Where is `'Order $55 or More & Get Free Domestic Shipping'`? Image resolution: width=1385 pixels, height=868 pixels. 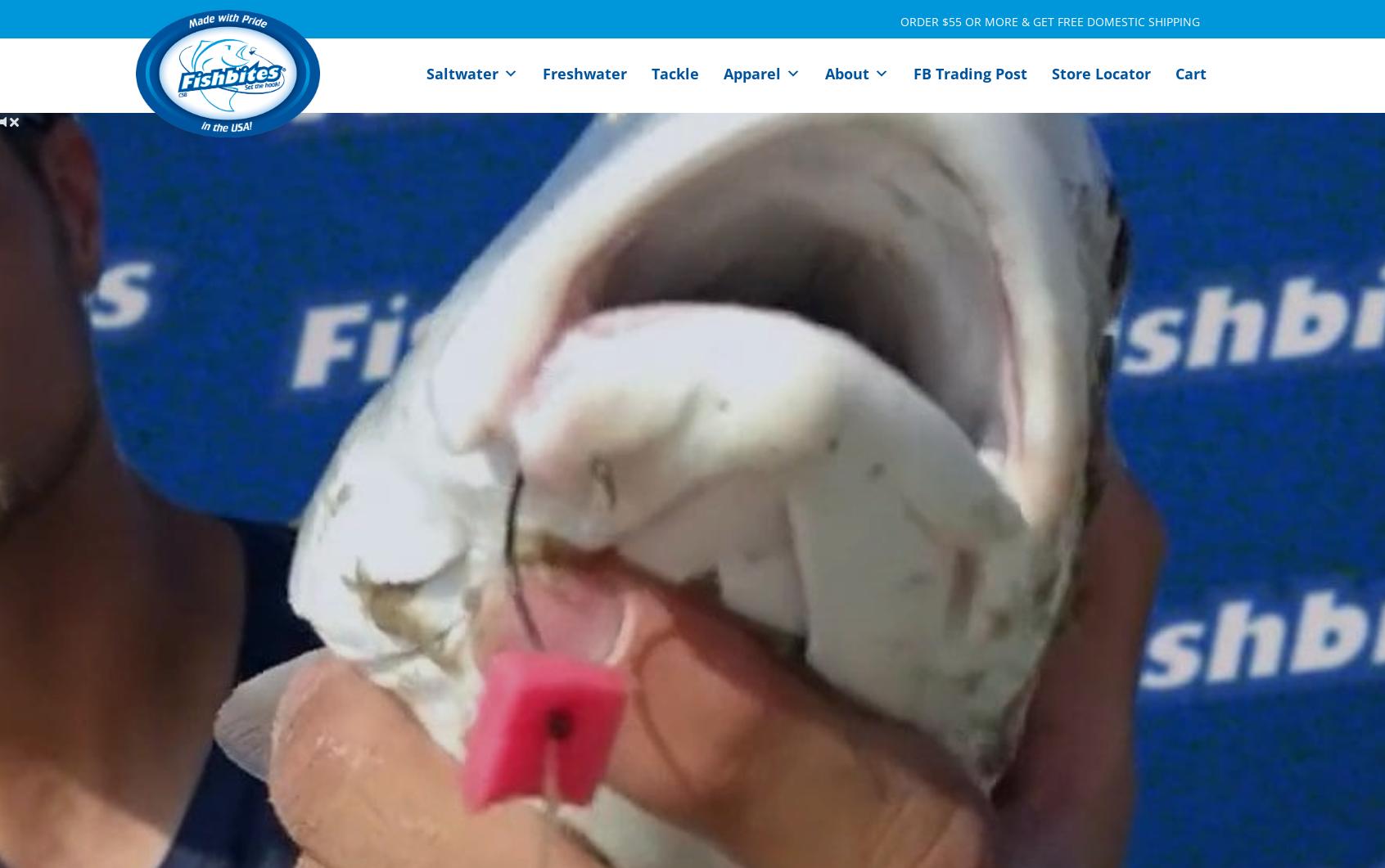
'Order $55 or More & Get Free Domestic Shipping' is located at coordinates (1049, 20).